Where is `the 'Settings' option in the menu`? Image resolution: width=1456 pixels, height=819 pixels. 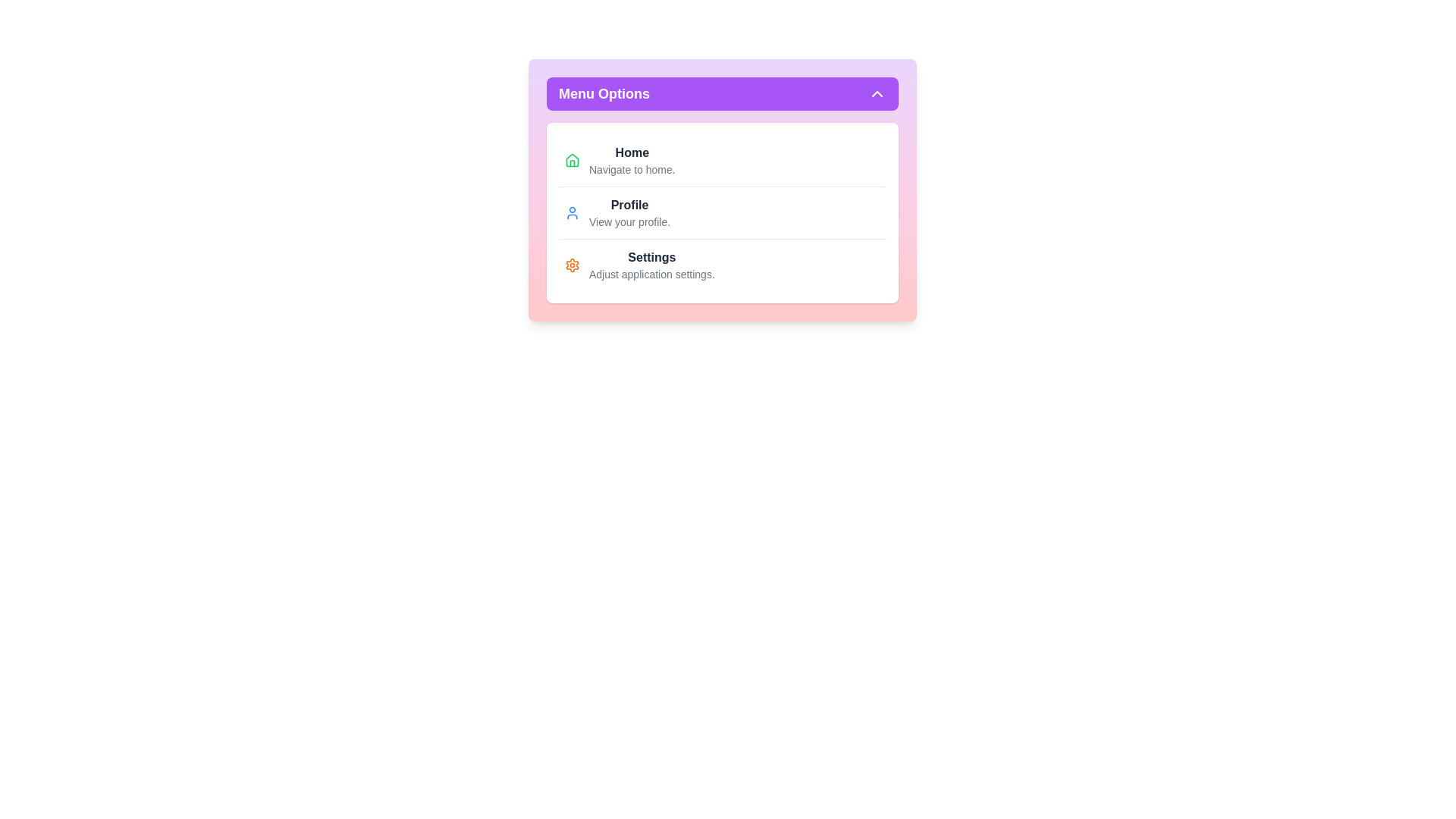 the 'Settings' option in the menu is located at coordinates (722, 265).